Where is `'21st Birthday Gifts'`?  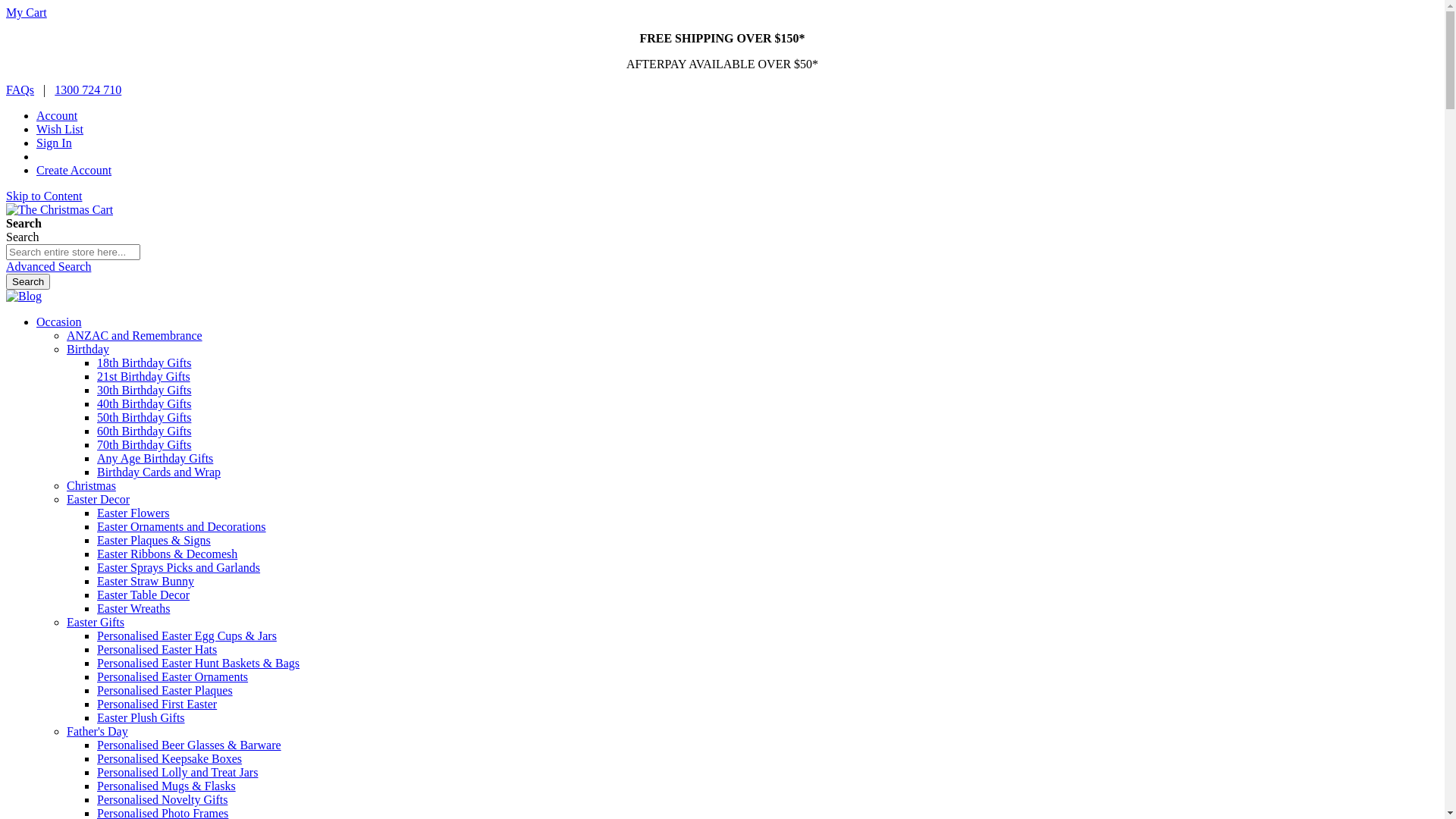
'21st Birthday Gifts' is located at coordinates (143, 375).